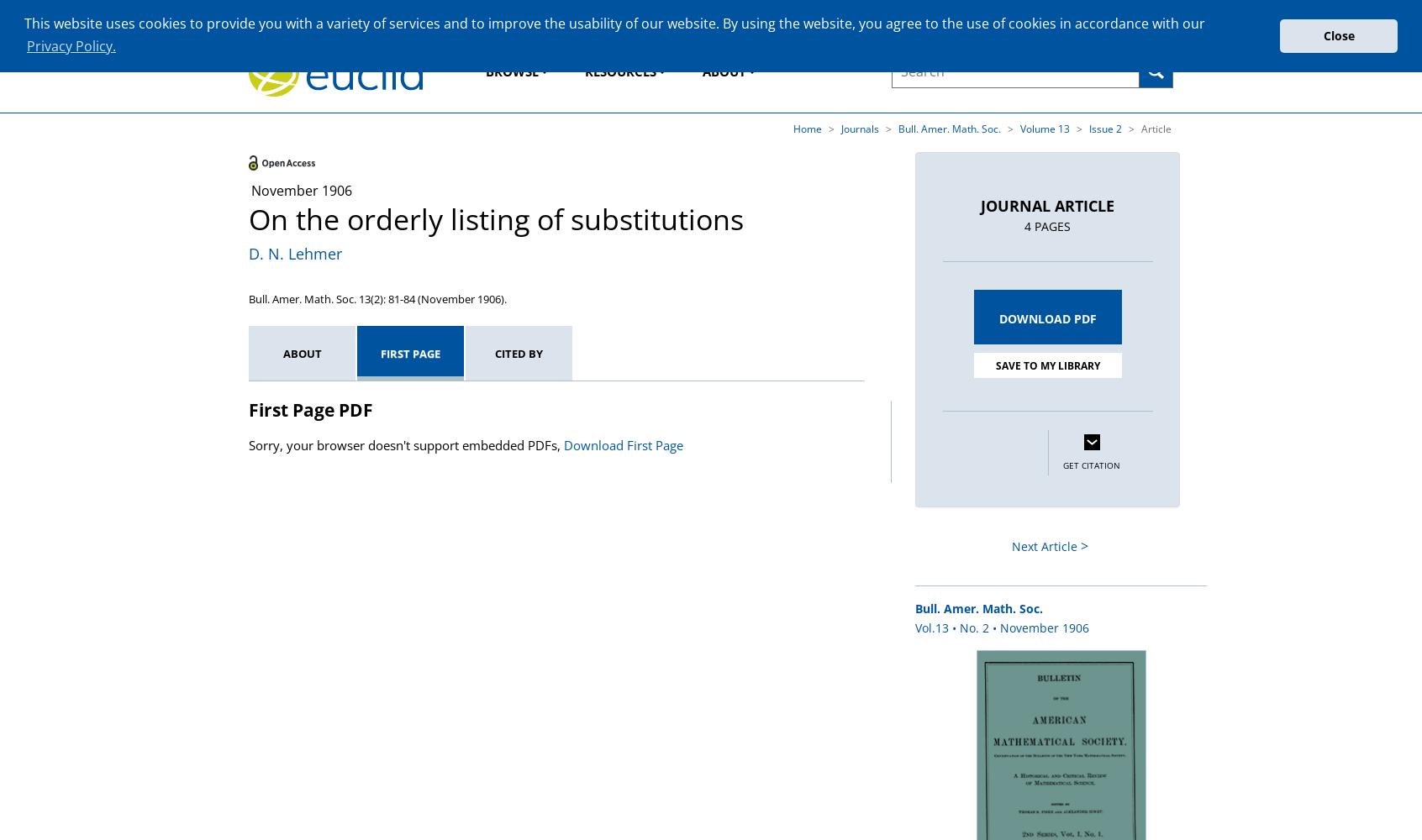 The width and height of the screenshot is (1422, 840). What do you see at coordinates (808, 129) in the screenshot?
I see `'Home'` at bounding box center [808, 129].